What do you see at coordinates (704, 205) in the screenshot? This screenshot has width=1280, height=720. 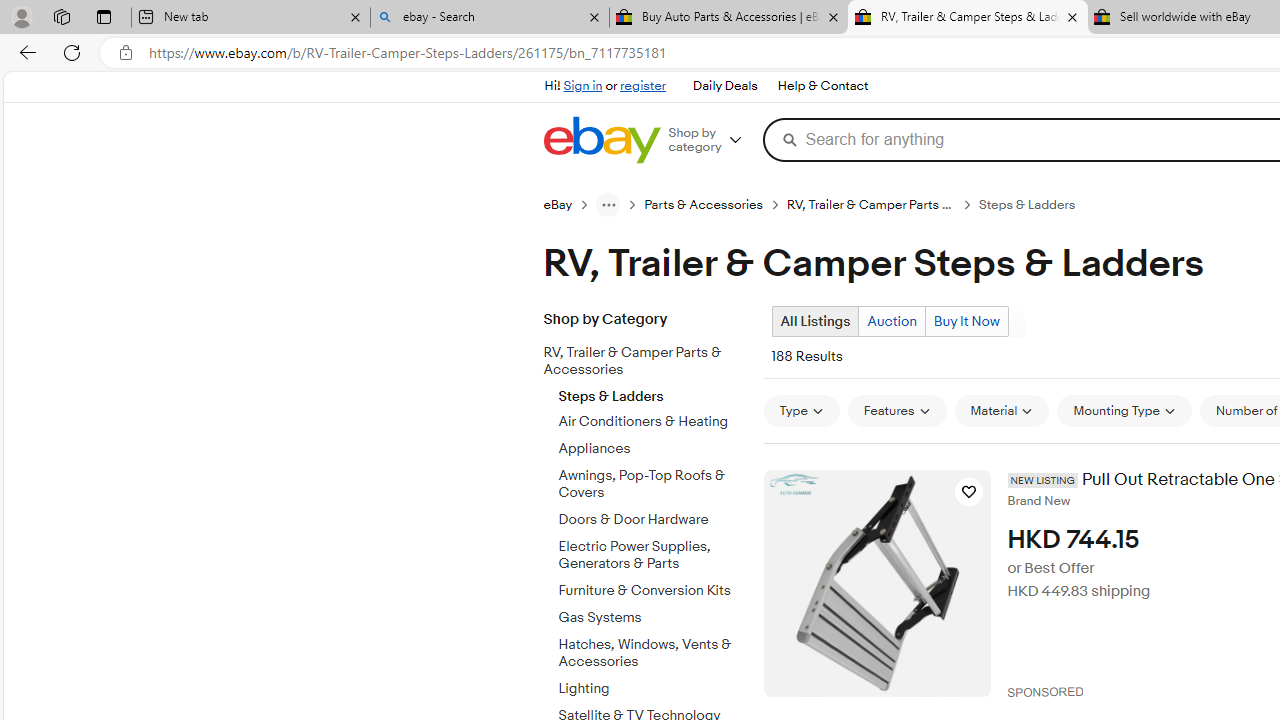 I see `'Parts & Accessories'` at bounding box center [704, 205].